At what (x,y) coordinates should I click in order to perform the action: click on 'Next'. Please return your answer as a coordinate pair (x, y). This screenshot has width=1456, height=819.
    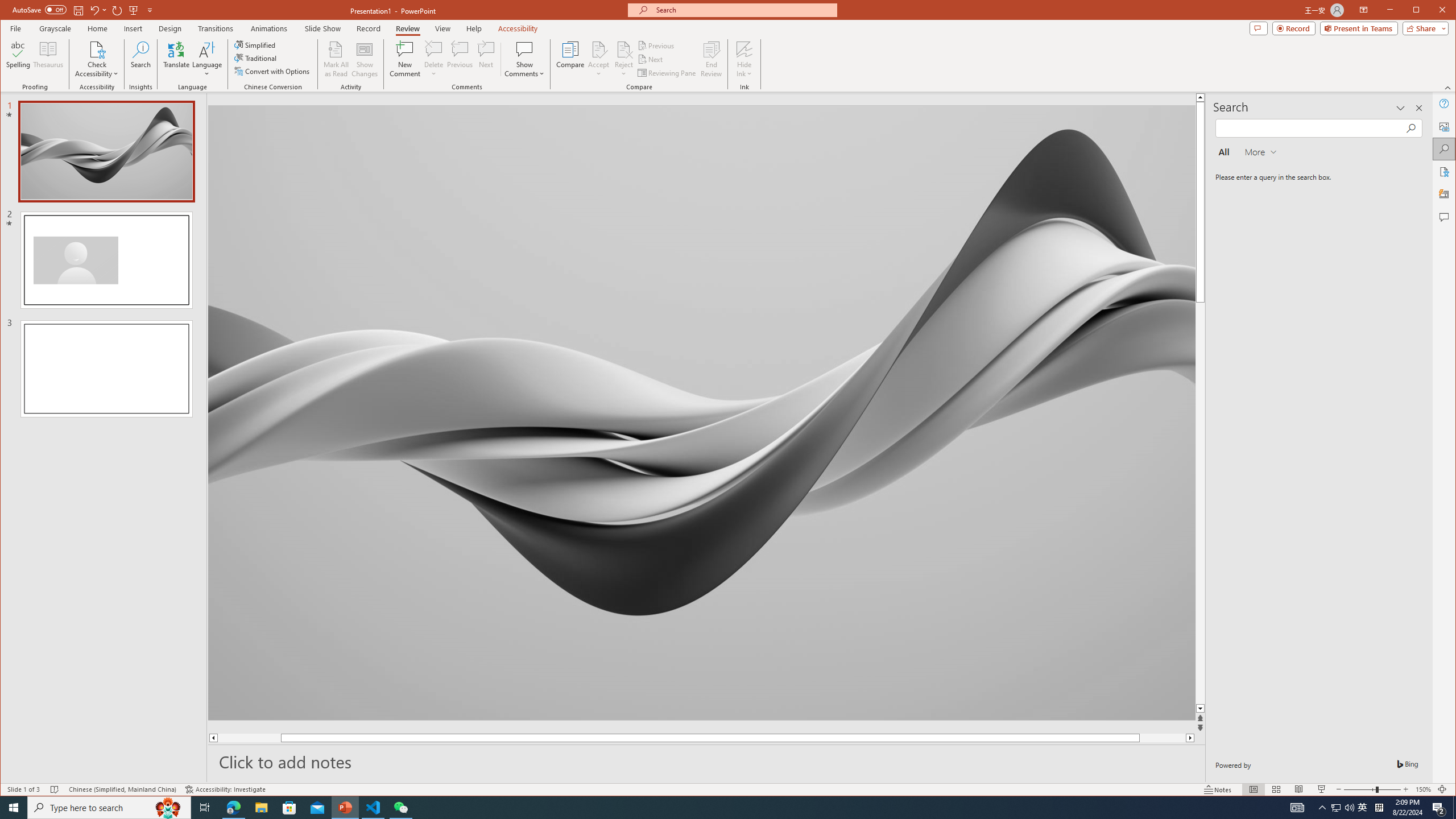
    Looking at the image, I should click on (651, 59).